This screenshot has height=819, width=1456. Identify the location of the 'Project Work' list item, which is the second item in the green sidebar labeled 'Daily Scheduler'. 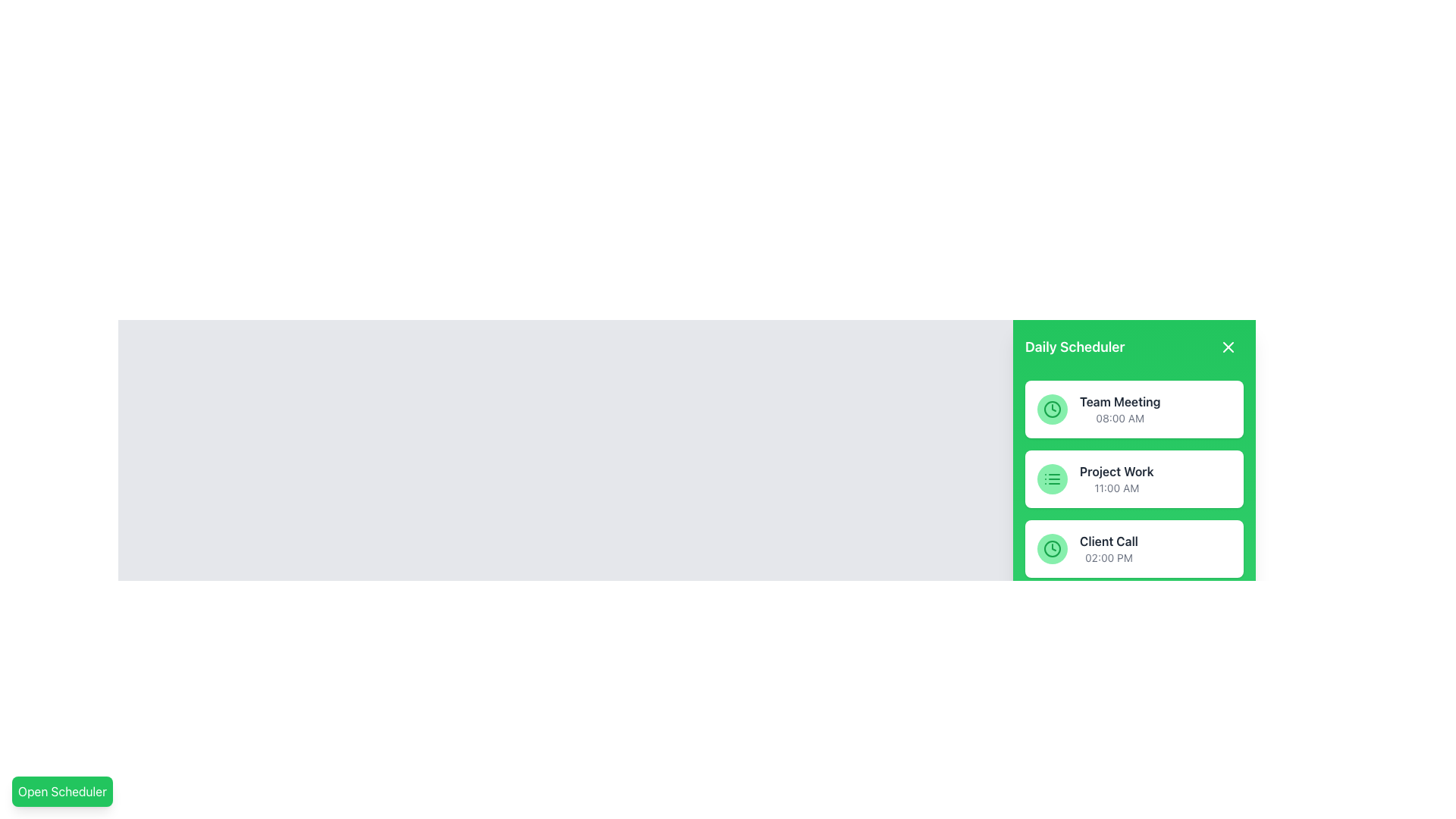
(1116, 479).